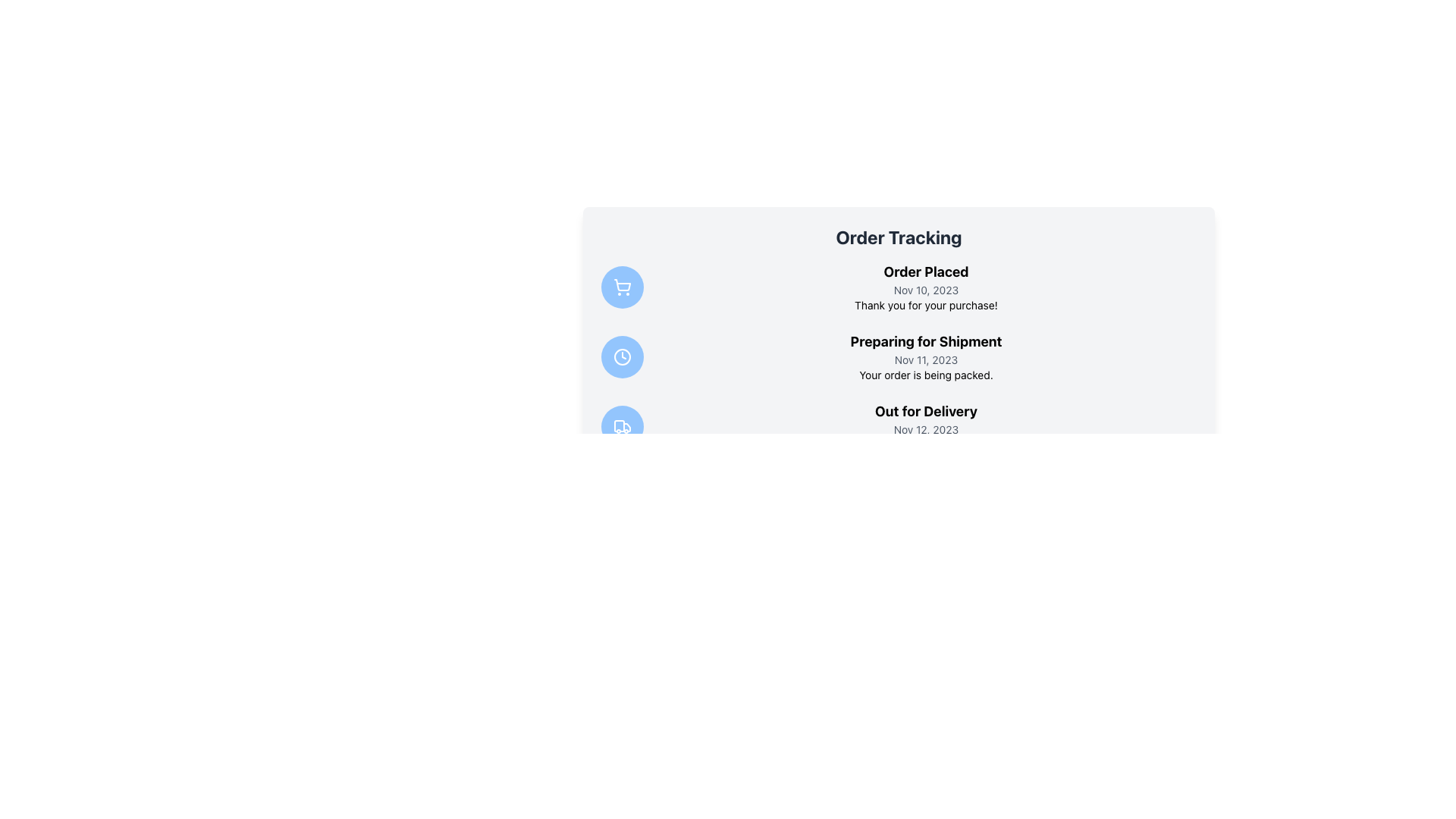 Image resolution: width=1456 pixels, height=819 pixels. Describe the element at coordinates (622, 427) in the screenshot. I see `the truck icon in the left sidebar, which features a white truck on a light blue circular background, positioned below the shopping cart and clock icons` at that location.